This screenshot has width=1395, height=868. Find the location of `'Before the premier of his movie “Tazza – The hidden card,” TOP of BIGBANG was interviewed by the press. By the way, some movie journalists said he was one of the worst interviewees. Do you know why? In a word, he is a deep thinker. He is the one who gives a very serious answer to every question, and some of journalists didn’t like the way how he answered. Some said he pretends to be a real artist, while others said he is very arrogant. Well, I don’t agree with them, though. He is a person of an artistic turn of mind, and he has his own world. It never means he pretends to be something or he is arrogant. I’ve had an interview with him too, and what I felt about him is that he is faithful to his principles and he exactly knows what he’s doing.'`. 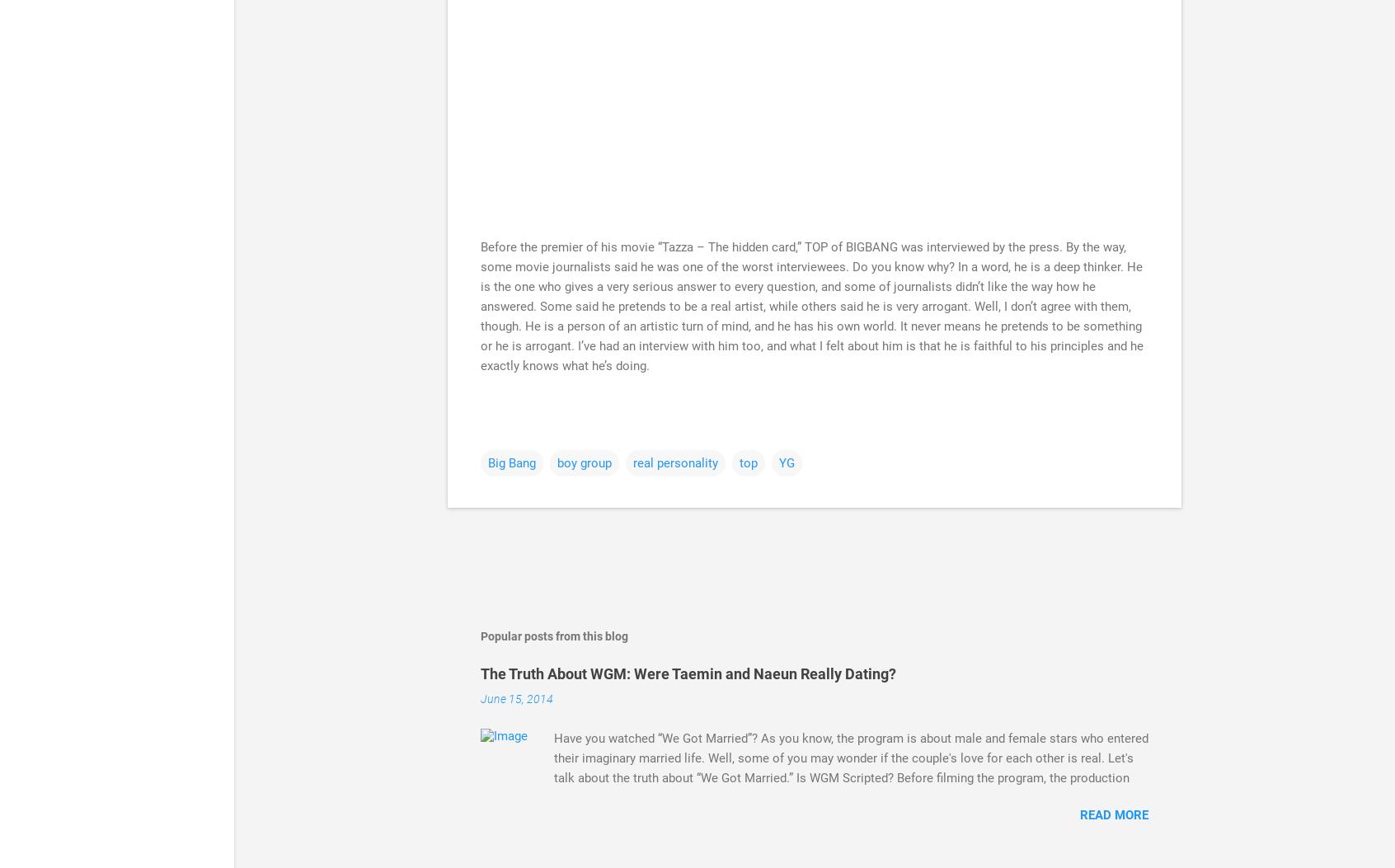

'Before the premier of his movie “Tazza – The hidden card,” TOP of BIGBANG was interviewed by the press. By the way, some movie journalists said he was one of the worst interviewees. Do you know why? In a word, he is a deep thinker. He is the one who gives a very serious answer to every question, and some of journalists didn’t like the way how he answered. Some said he pretends to be a real artist, while others said he is very arrogant. Well, I don’t agree with them, though. He is a person of an artistic turn of mind, and he has his own world. It never means he pretends to be something or he is arrogant. I’ve had an interview with him too, and what I felt about him is that he is faithful to his principles and he exactly knows what he’s doing.' is located at coordinates (480, 306).